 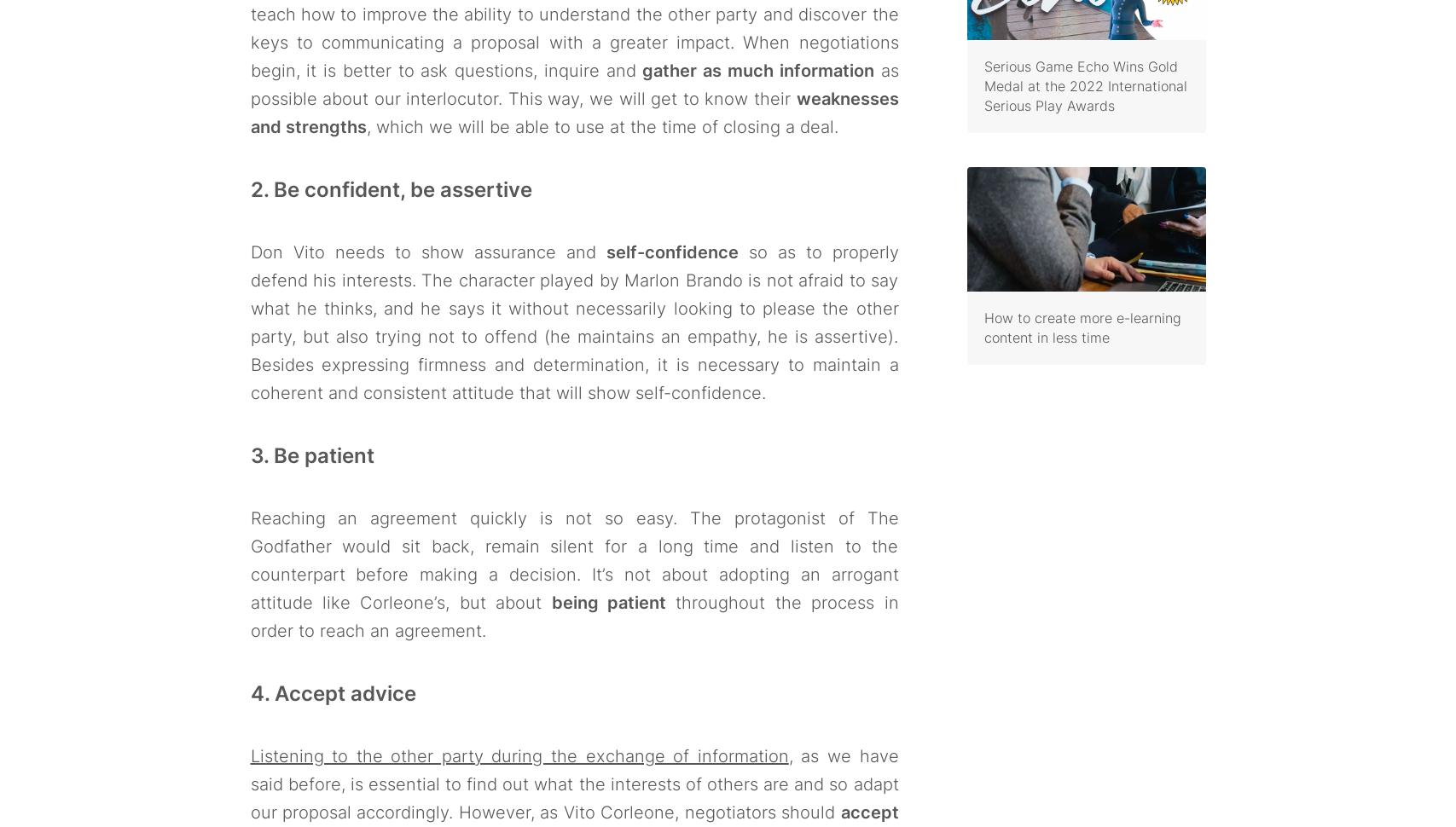 I want to click on 'Tailor-made video games', so click(x=572, y=680).